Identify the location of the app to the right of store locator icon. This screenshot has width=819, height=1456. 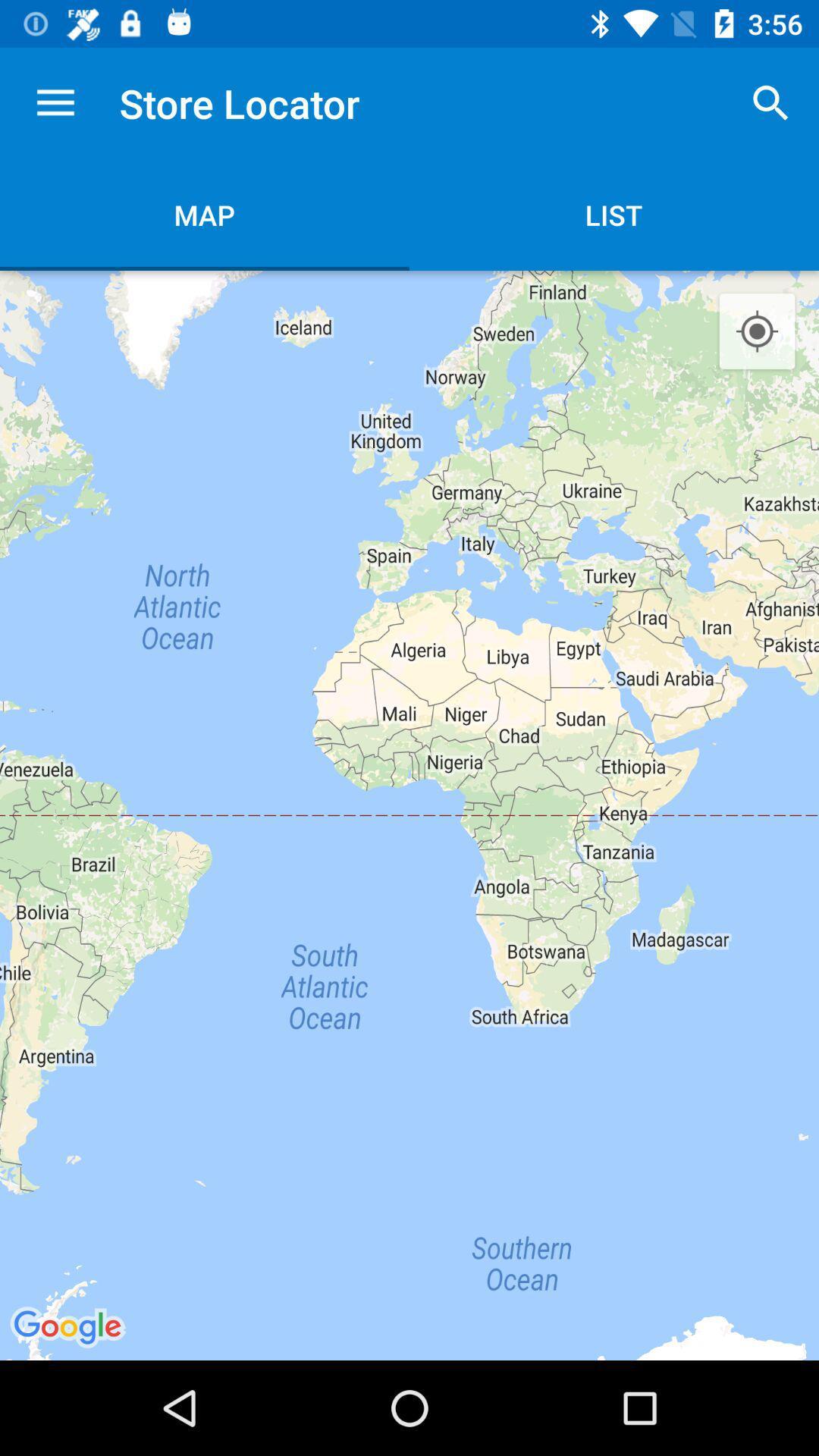
(771, 102).